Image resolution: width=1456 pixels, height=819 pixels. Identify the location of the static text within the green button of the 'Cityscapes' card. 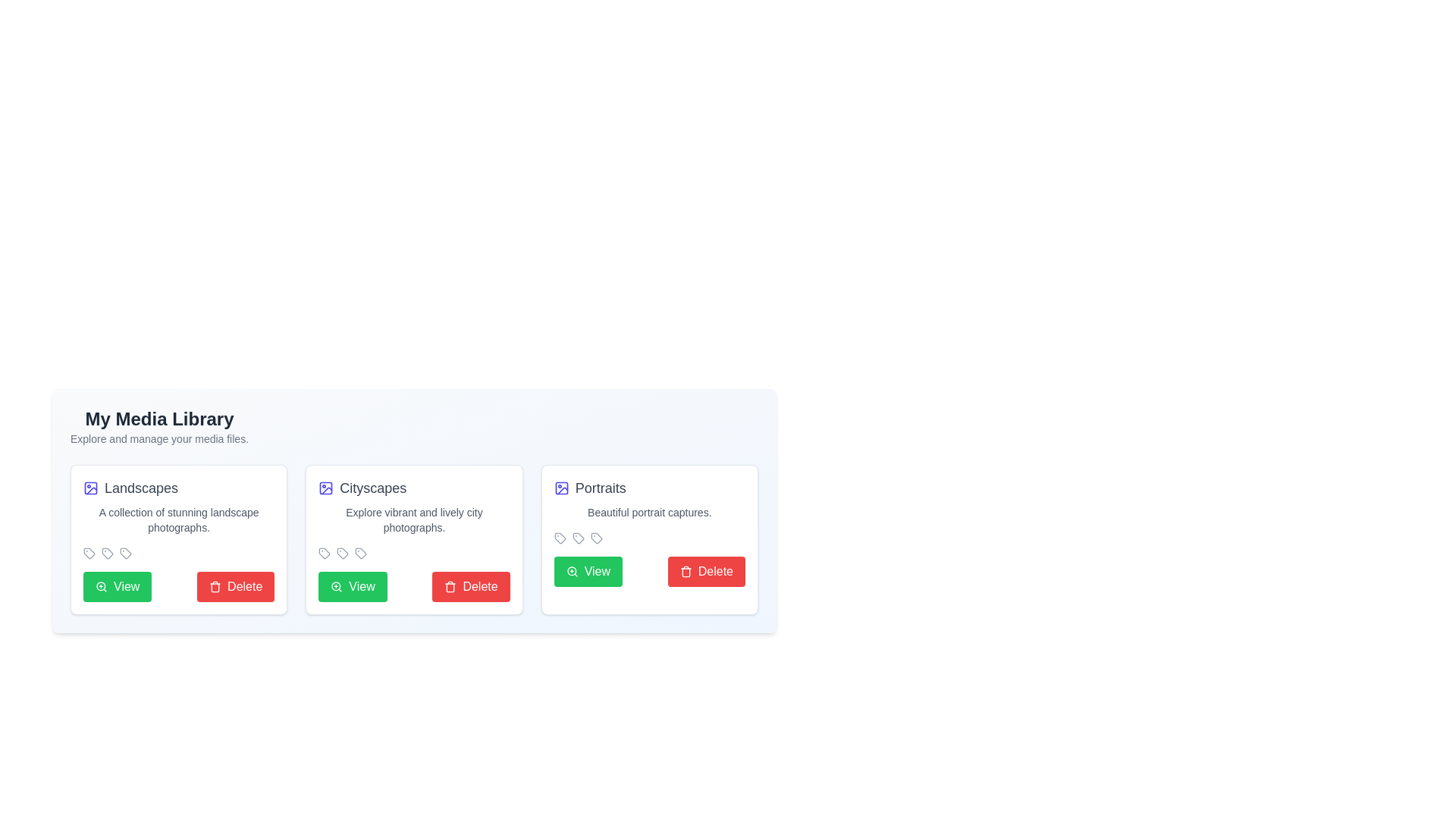
(361, 586).